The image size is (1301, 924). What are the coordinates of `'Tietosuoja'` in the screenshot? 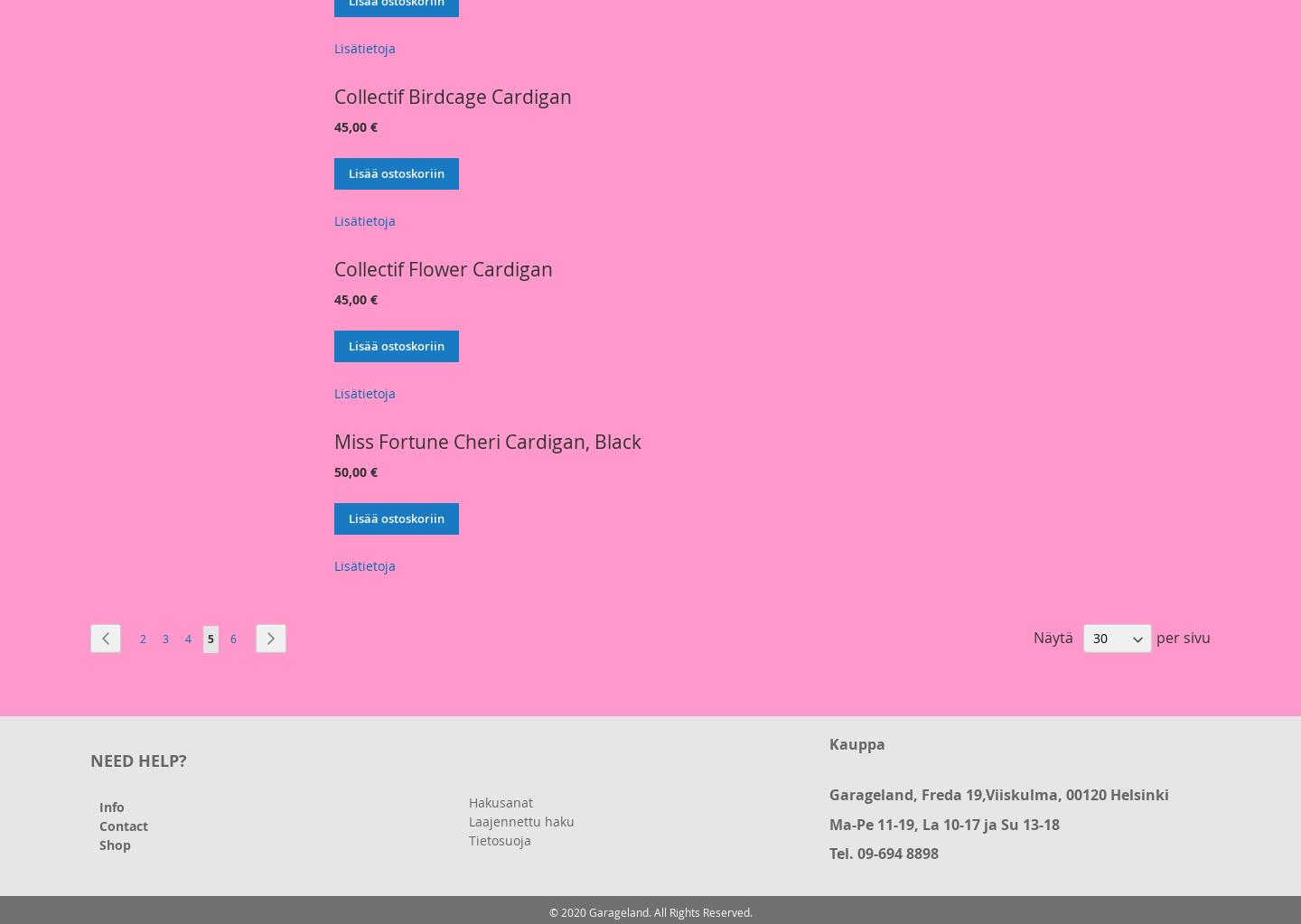 It's located at (500, 839).